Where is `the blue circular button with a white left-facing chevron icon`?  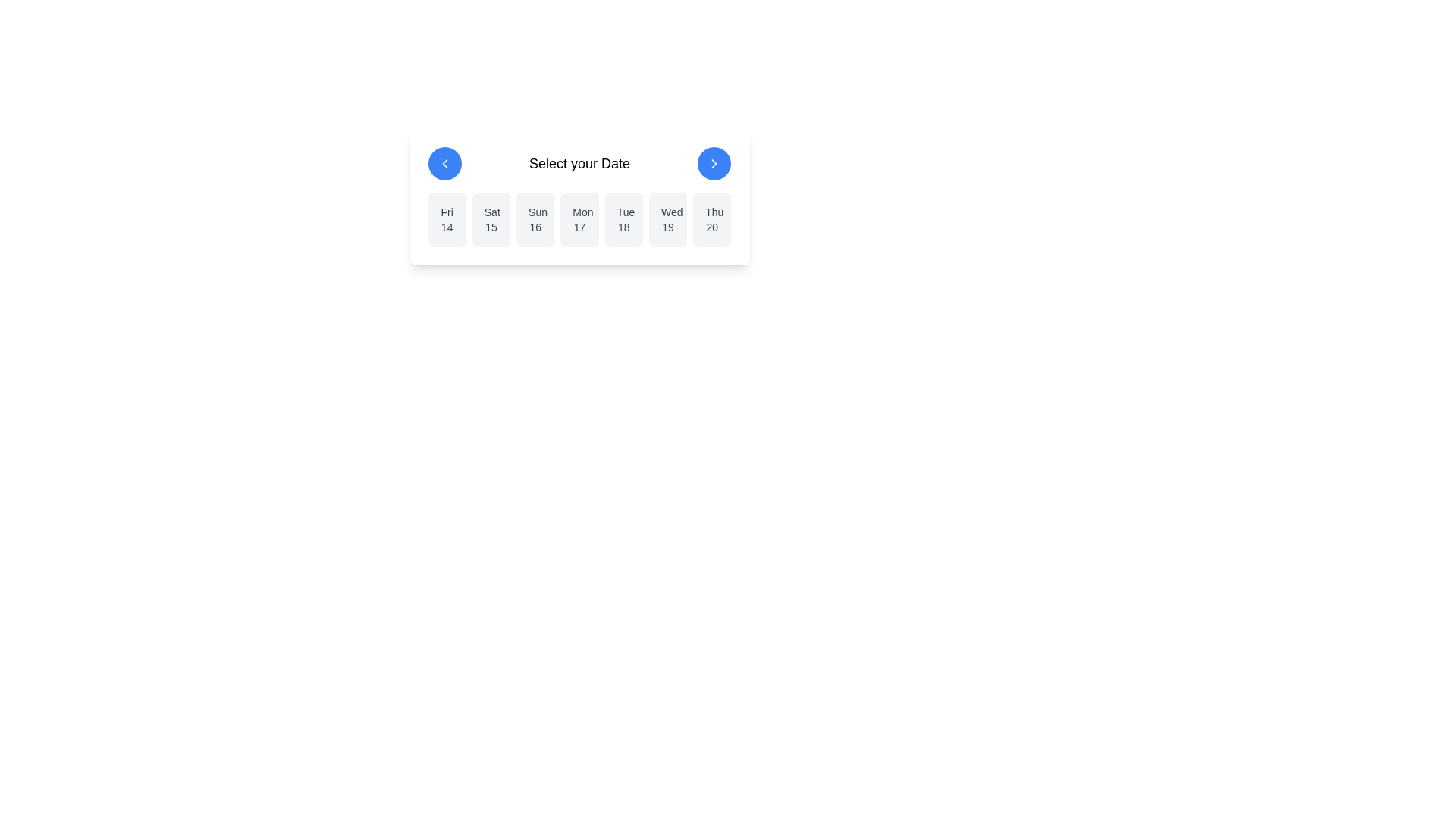 the blue circular button with a white left-facing chevron icon is located at coordinates (444, 164).